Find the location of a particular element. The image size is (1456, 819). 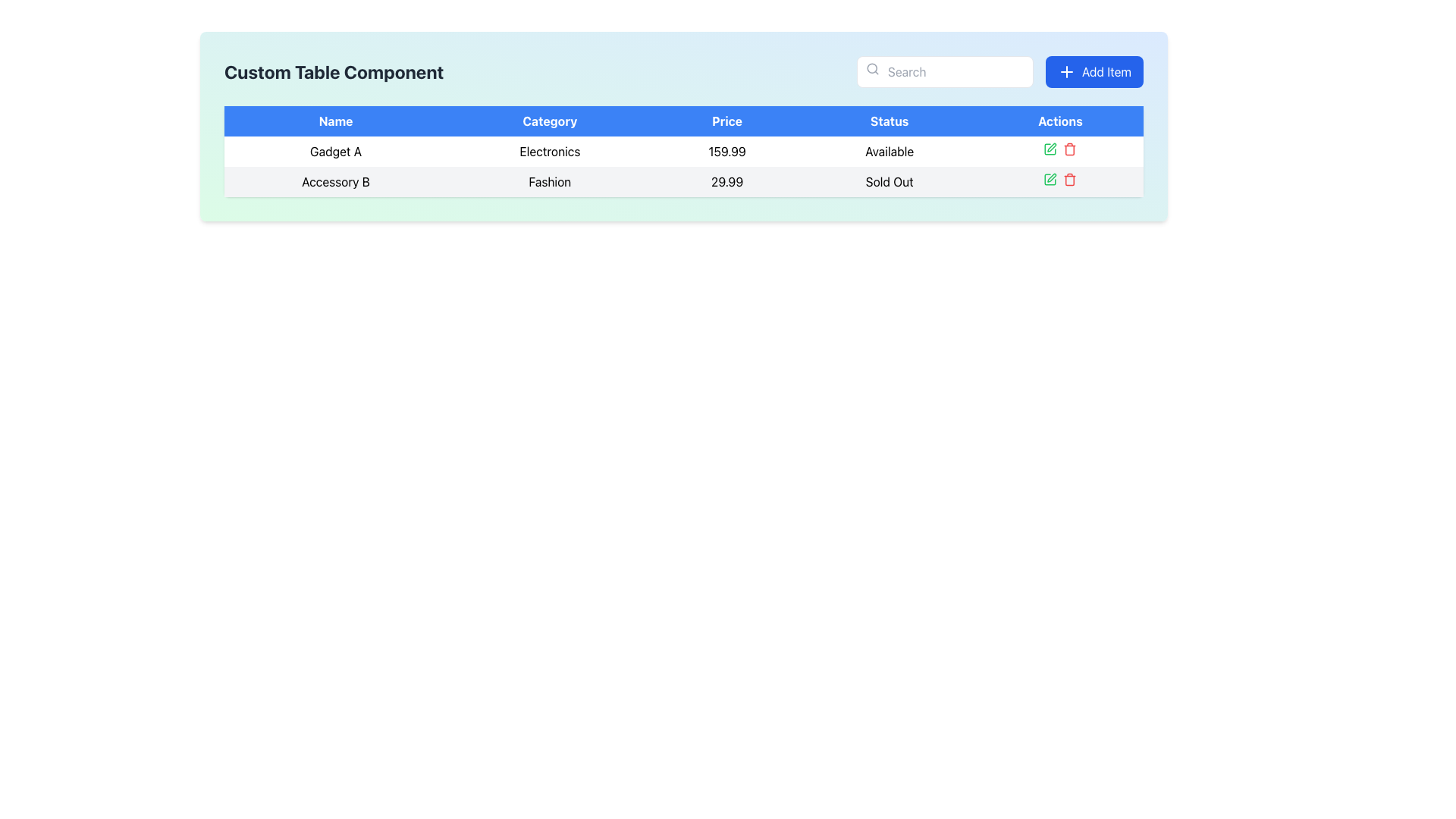

the green edit icon button located in the second row of the 'Actions' column in the table is located at coordinates (1050, 149).